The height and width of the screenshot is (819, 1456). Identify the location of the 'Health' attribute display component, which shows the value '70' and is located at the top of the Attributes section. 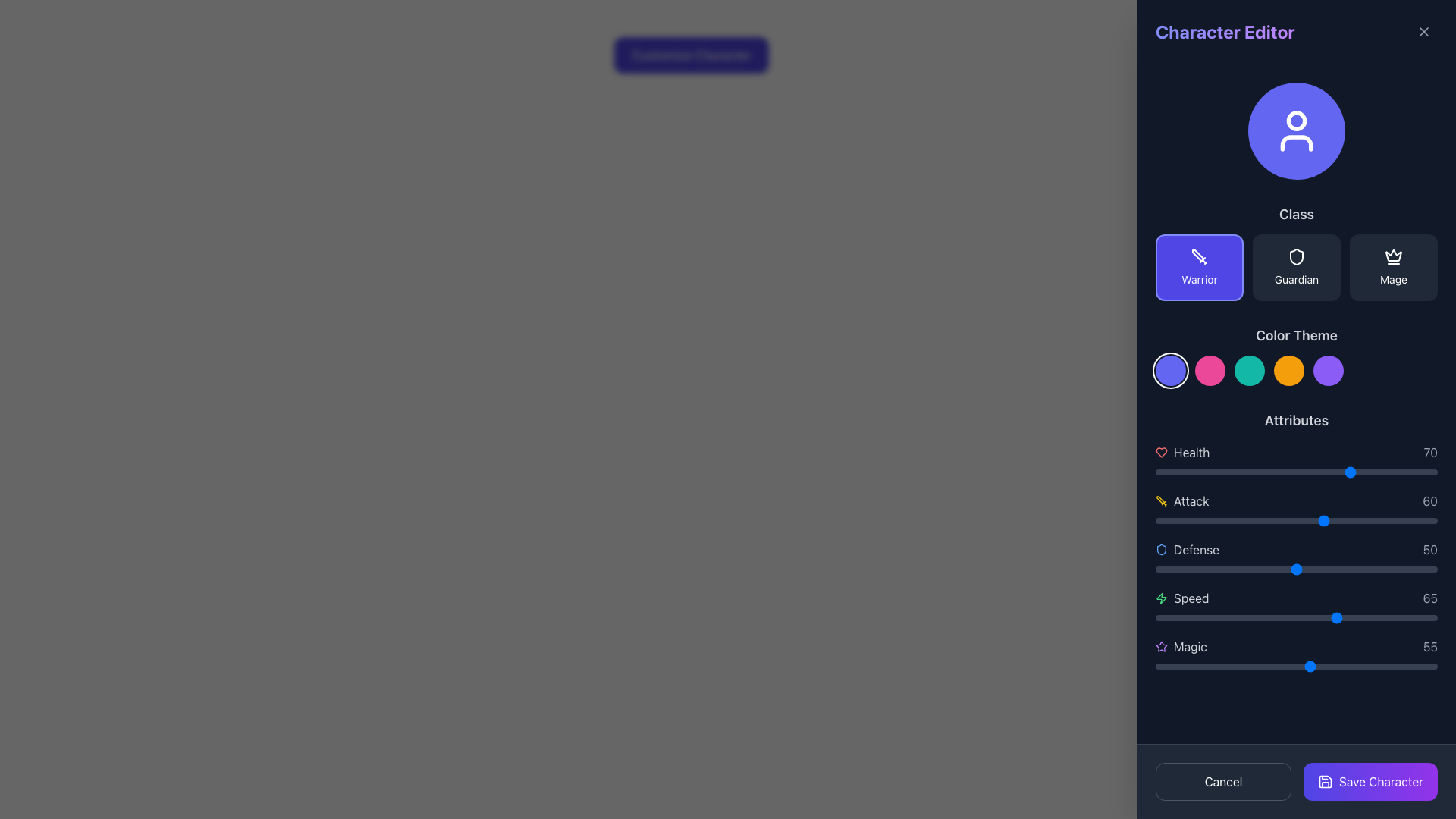
(1295, 452).